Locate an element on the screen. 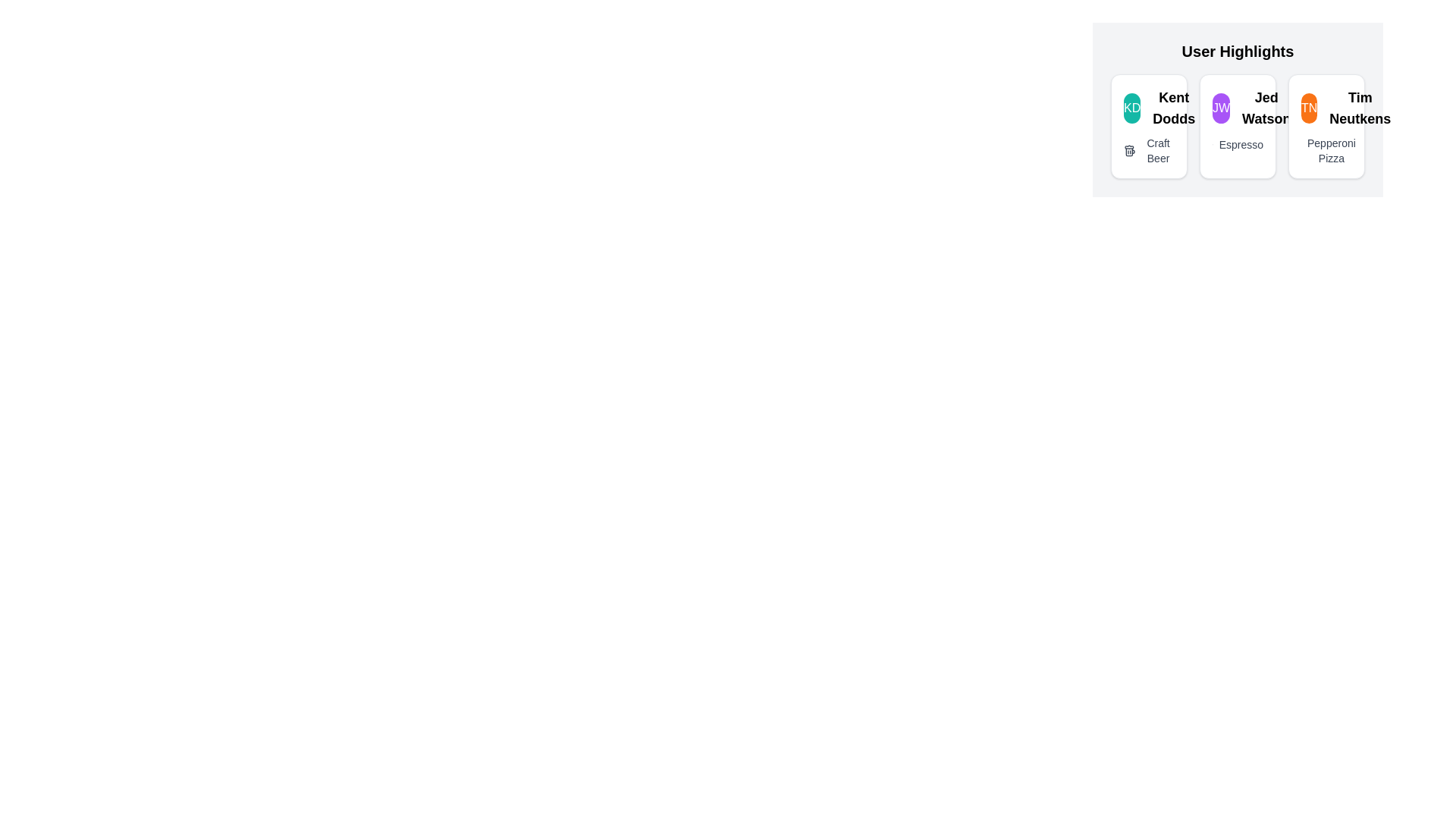 This screenshot has width=1456, height=819. the Text component displaying the name of the user associated with the adjacent teal circular avatar containing 'KD', located at the top-left corner of the list of user highlights is located at coordinates (1173, 107).